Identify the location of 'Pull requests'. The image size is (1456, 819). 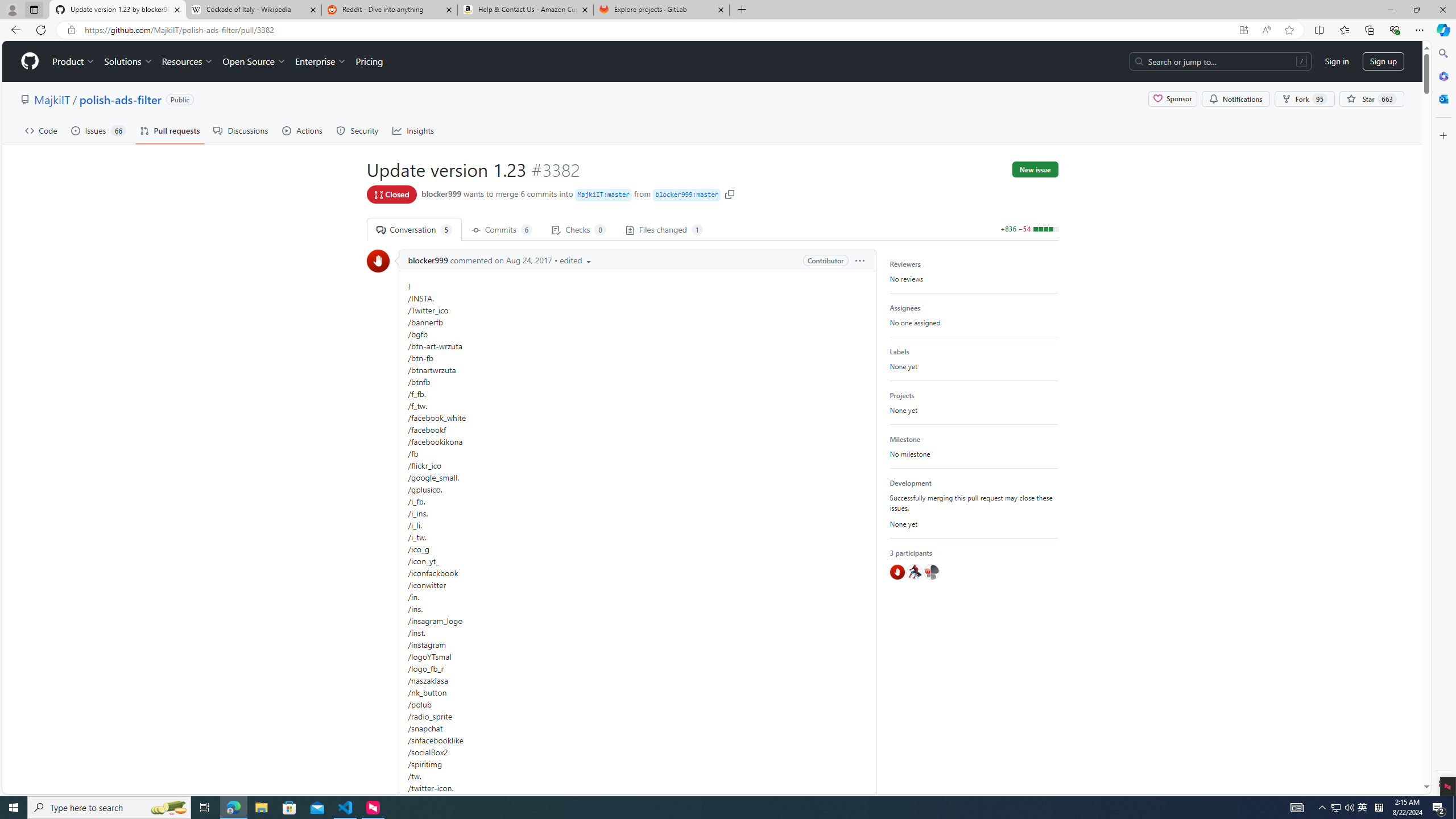
(169, 130).